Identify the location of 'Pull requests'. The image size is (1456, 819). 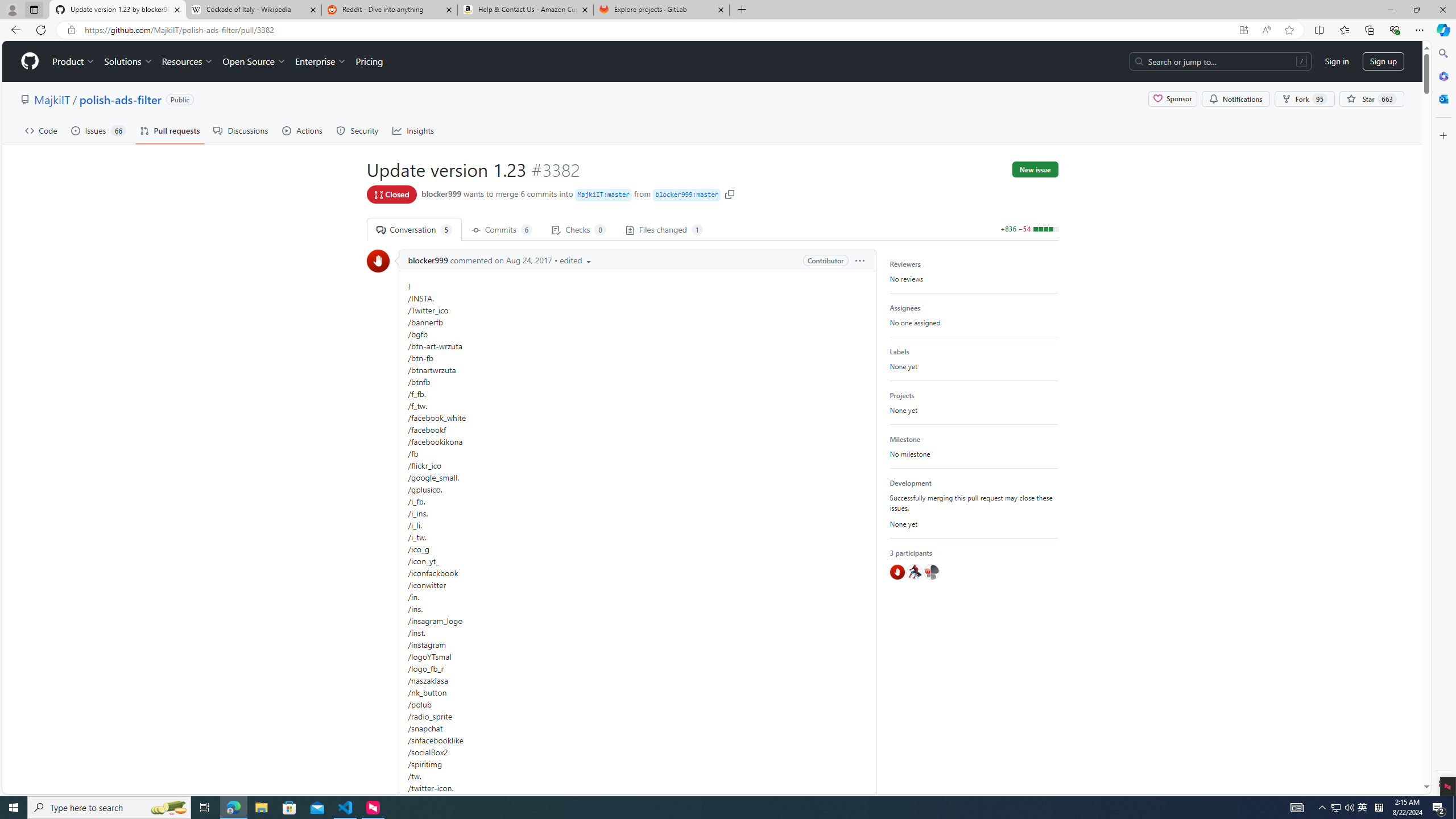
(169, 130).